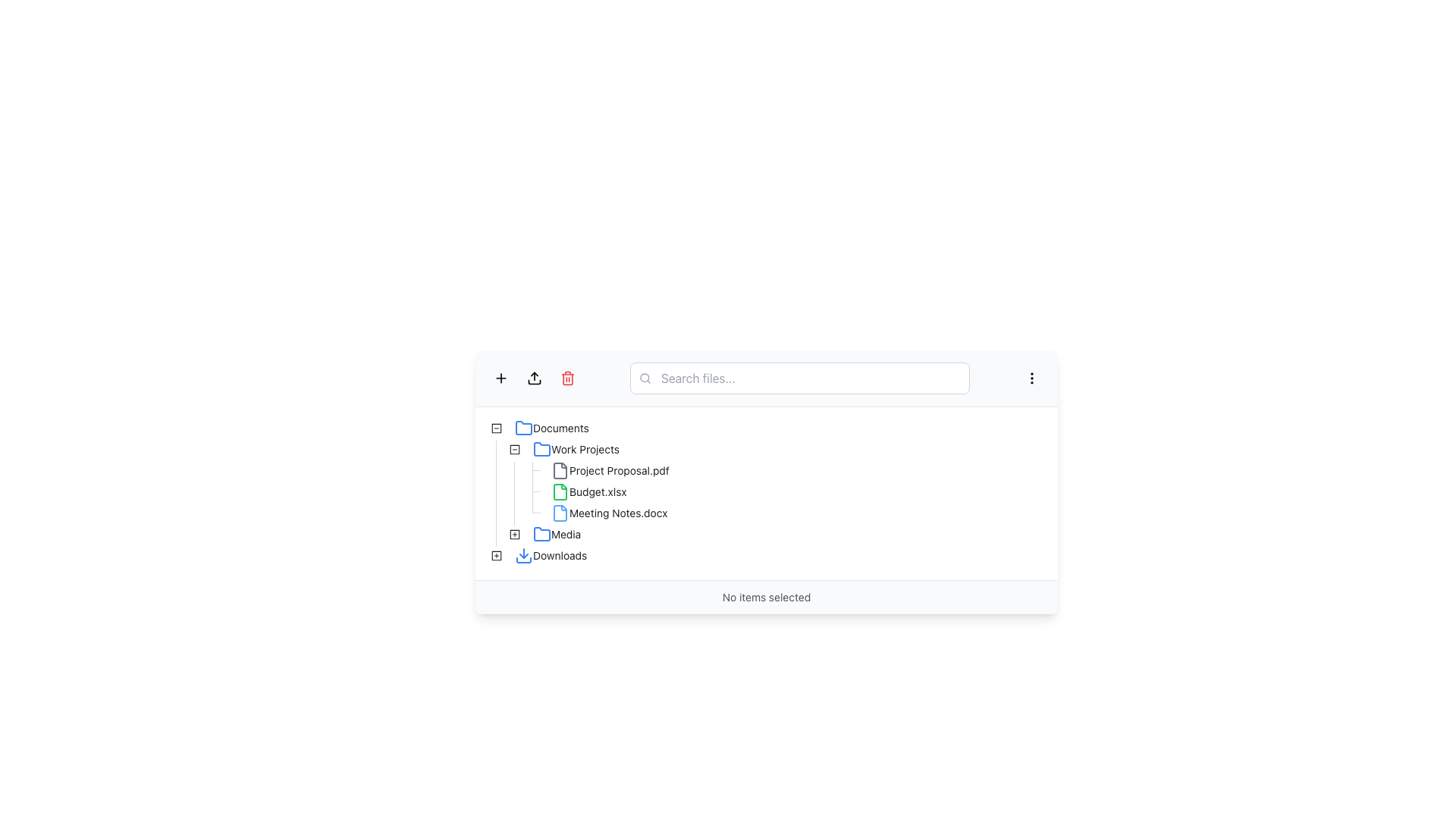 Image resolution: width=1456 pixels, height=819 pixels. What do you see at coordinates (645, 377) in the screenshot?
I see `the Search Icon located on the left side of the text input field, which symbolizes the search action` at bounding box center [645, 377].